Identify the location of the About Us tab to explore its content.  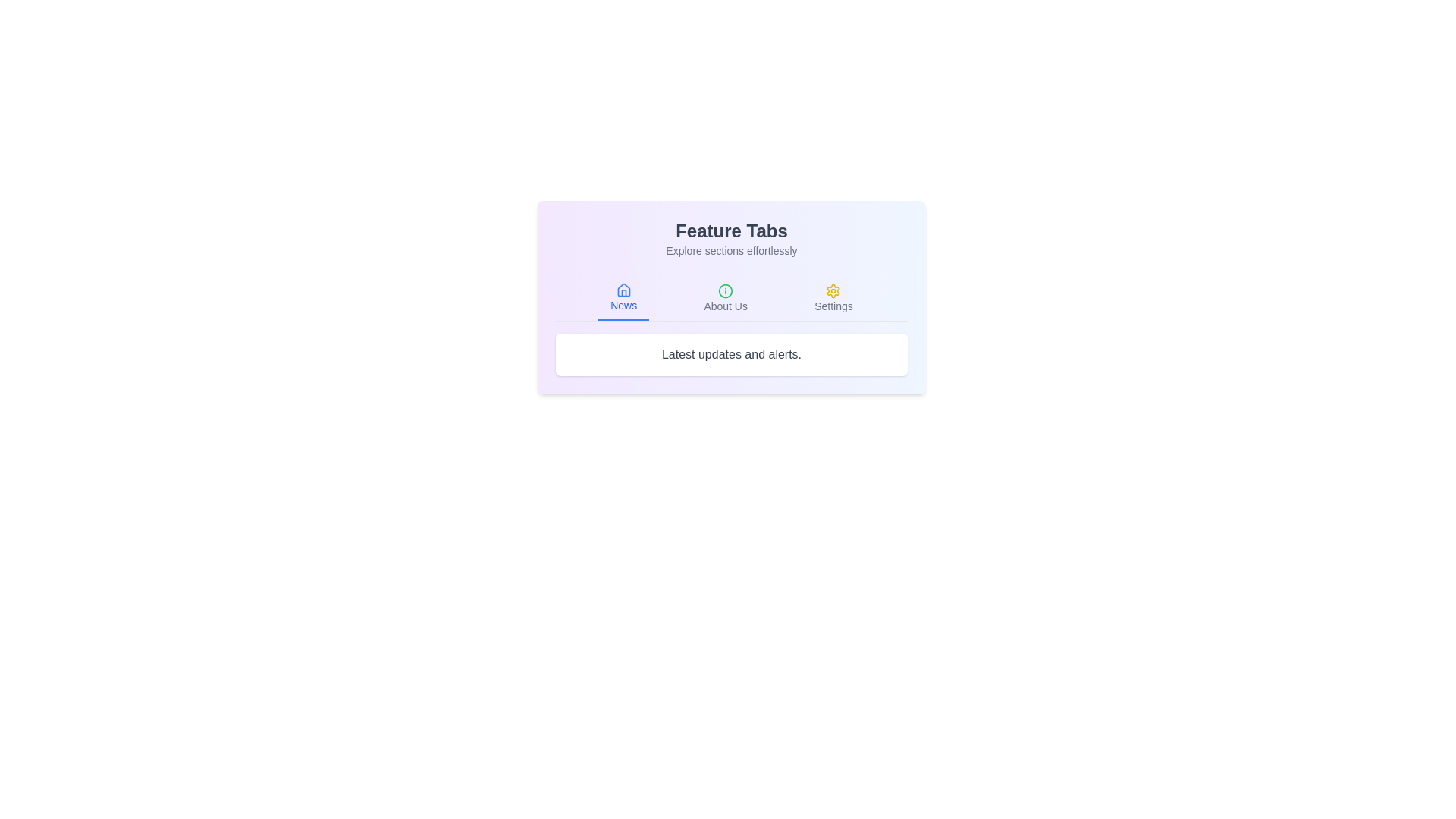
(724, 298).